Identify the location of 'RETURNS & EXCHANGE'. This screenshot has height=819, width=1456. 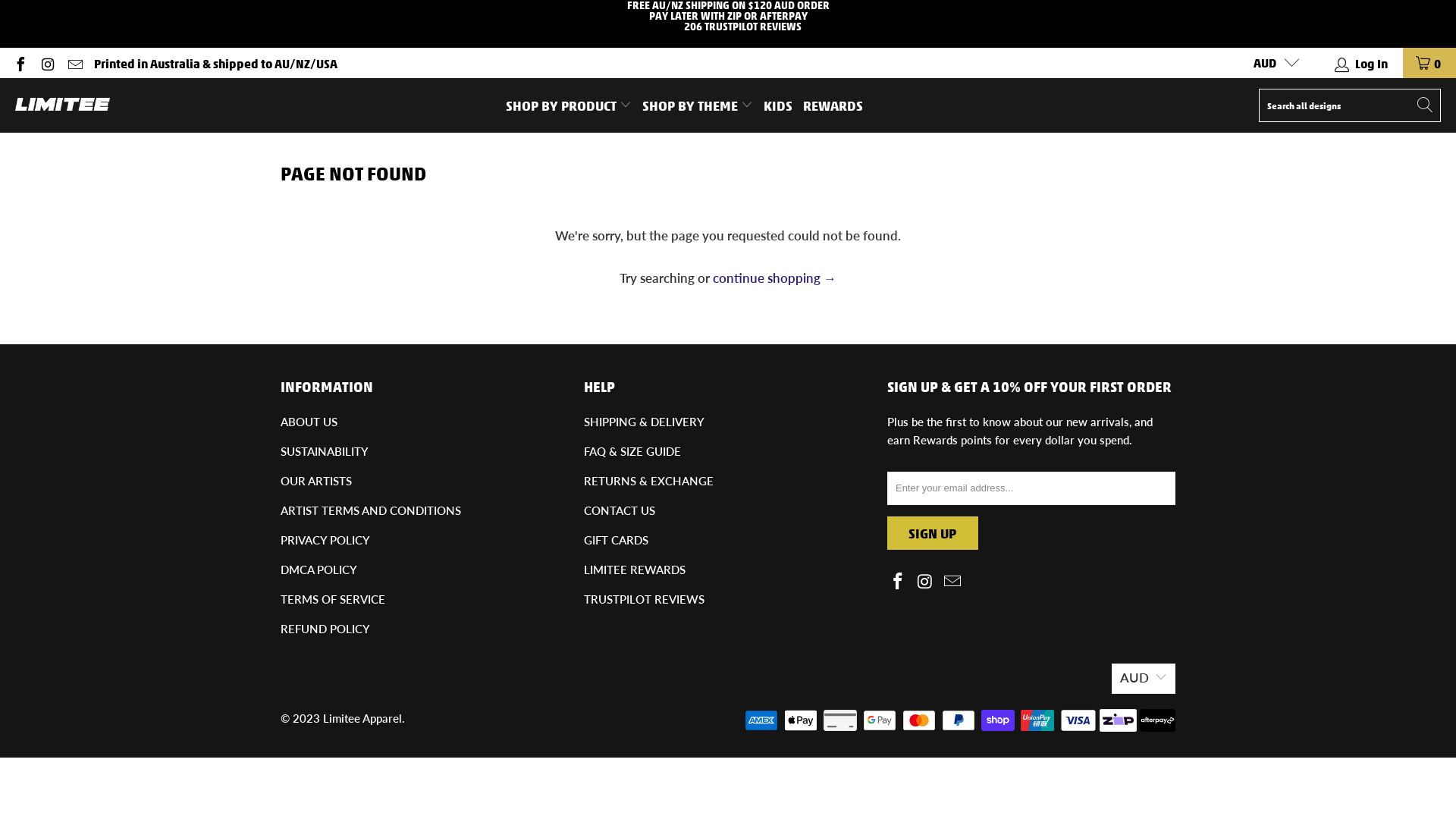
(582, 480).